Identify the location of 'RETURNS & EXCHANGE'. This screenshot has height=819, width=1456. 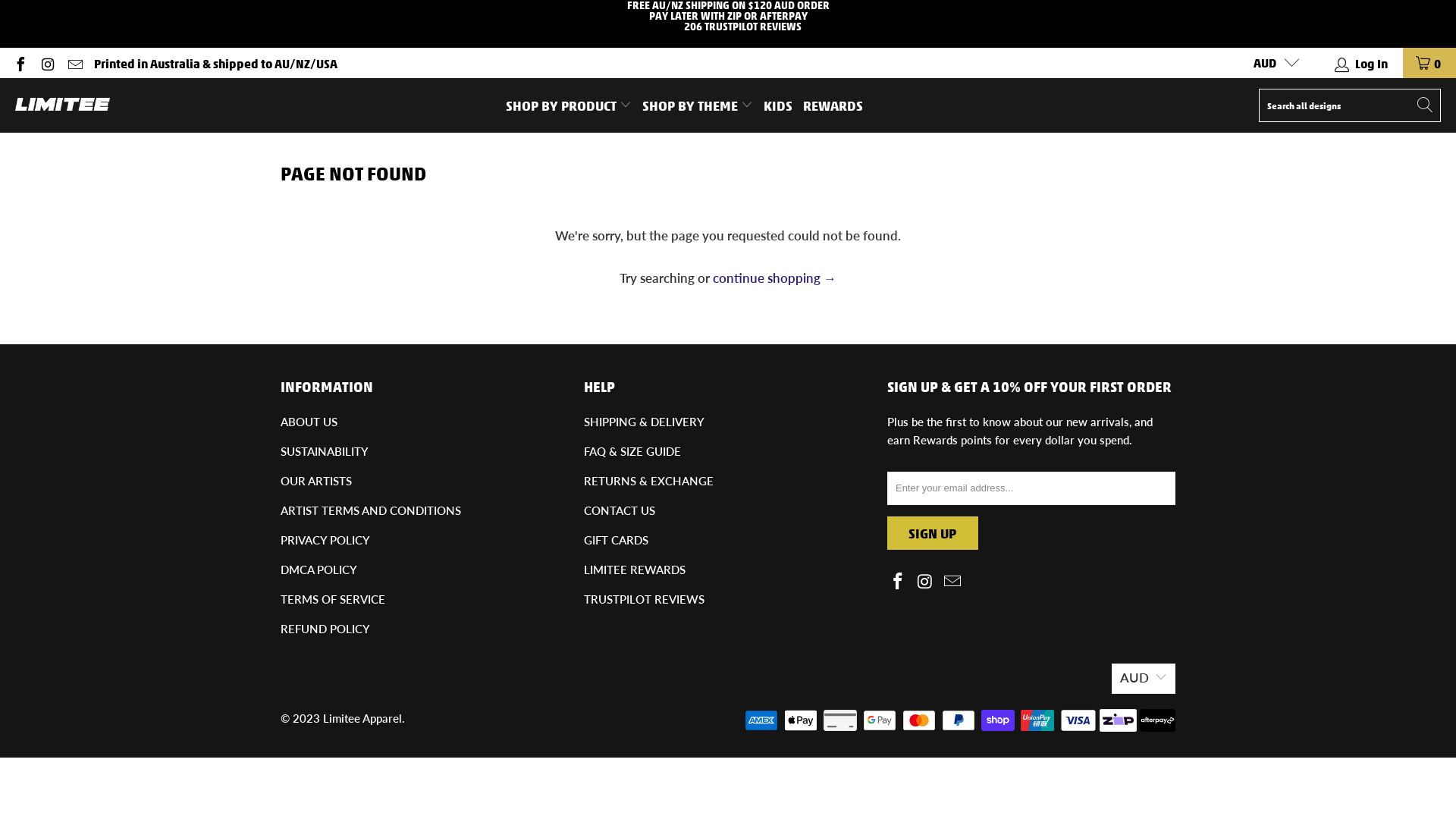
(582, 480).